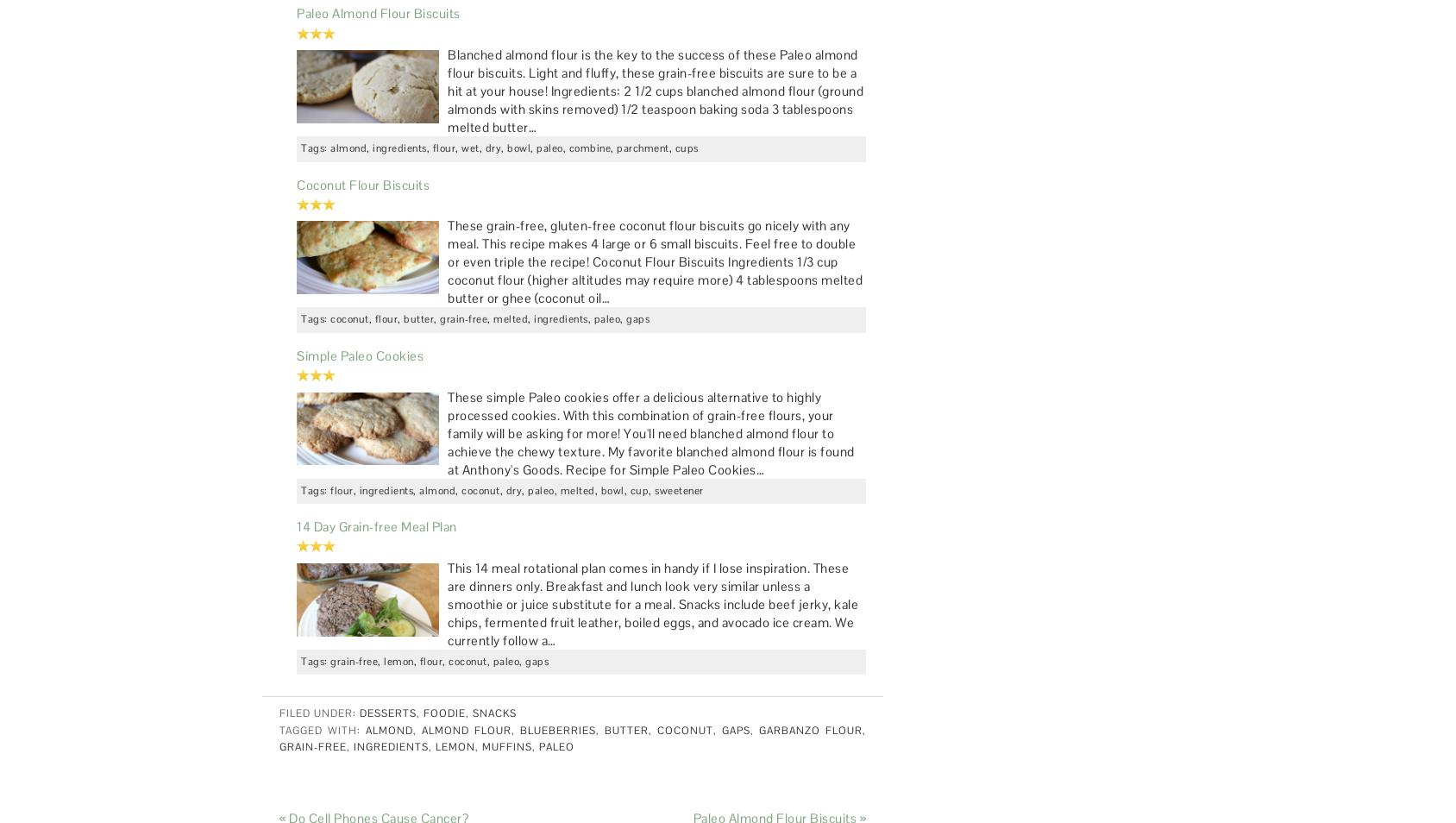 This screenshot has height=823, width=1456. What do you see at coordinates (467, 730) in the screenshot?
I see `'almond flour'` at bounding box center [467, 730].